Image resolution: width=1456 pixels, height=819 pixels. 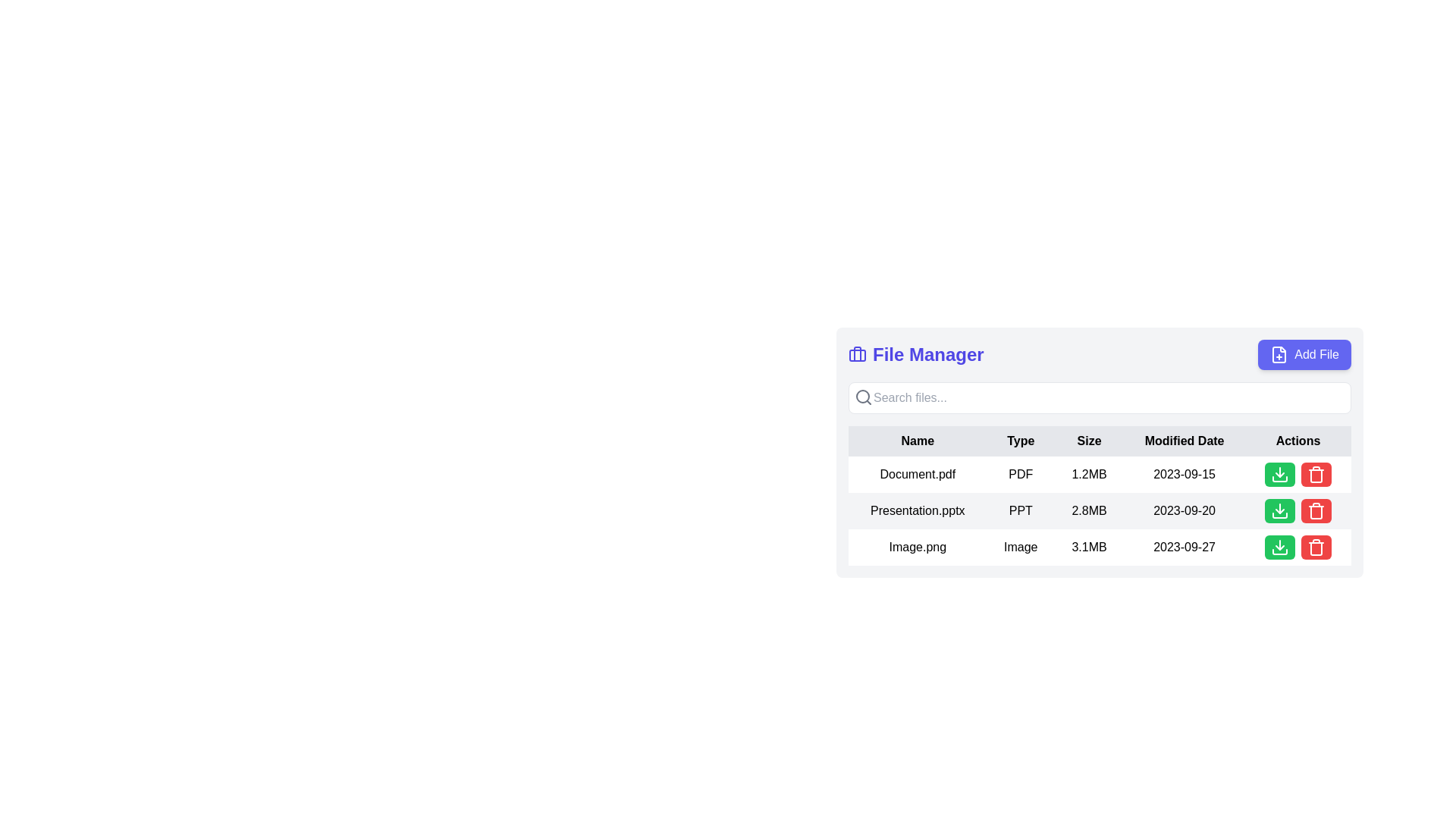 I want to click on the download icon styled with a downward-pointing arrow and a horizontal line beneath it, located within the green button in the 'Actions' column of the 'File Manager' table for the file 'Image.png', so click(x=1279, y=547).